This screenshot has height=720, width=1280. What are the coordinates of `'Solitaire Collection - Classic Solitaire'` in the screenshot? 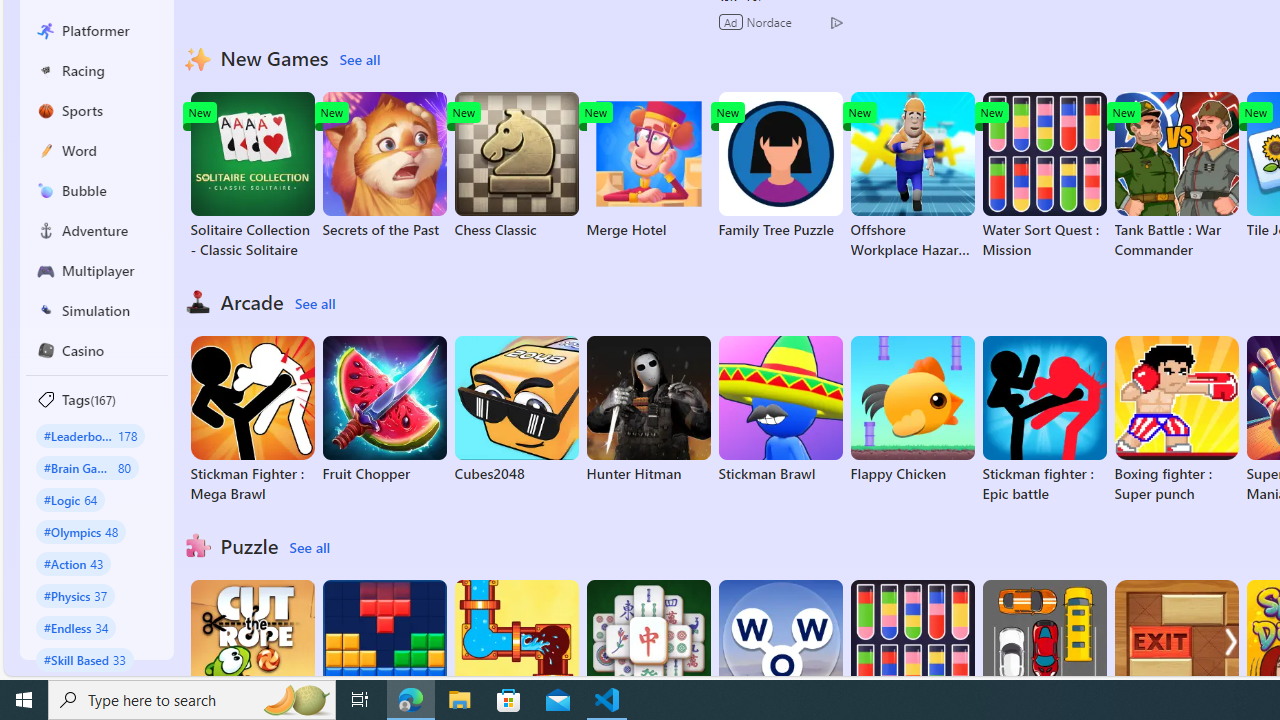 It's located at (251, 175).